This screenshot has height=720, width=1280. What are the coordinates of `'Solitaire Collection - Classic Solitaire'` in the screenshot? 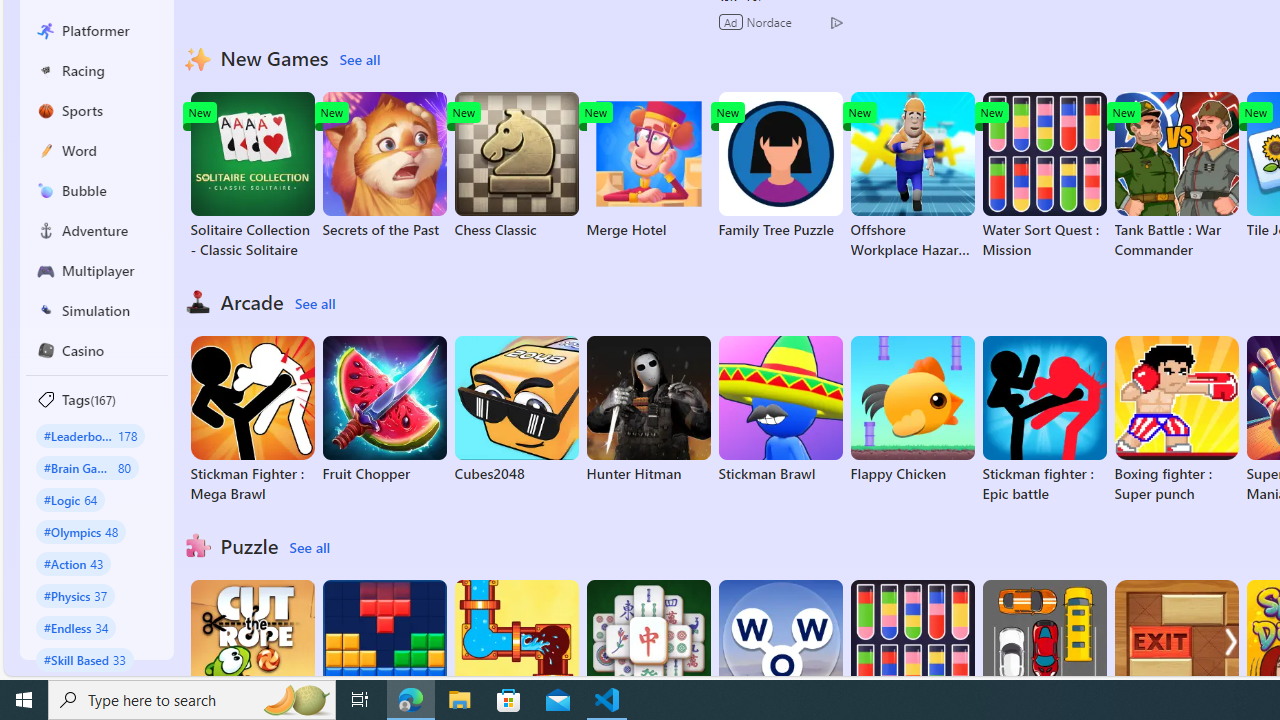 It's located at (251, 175).